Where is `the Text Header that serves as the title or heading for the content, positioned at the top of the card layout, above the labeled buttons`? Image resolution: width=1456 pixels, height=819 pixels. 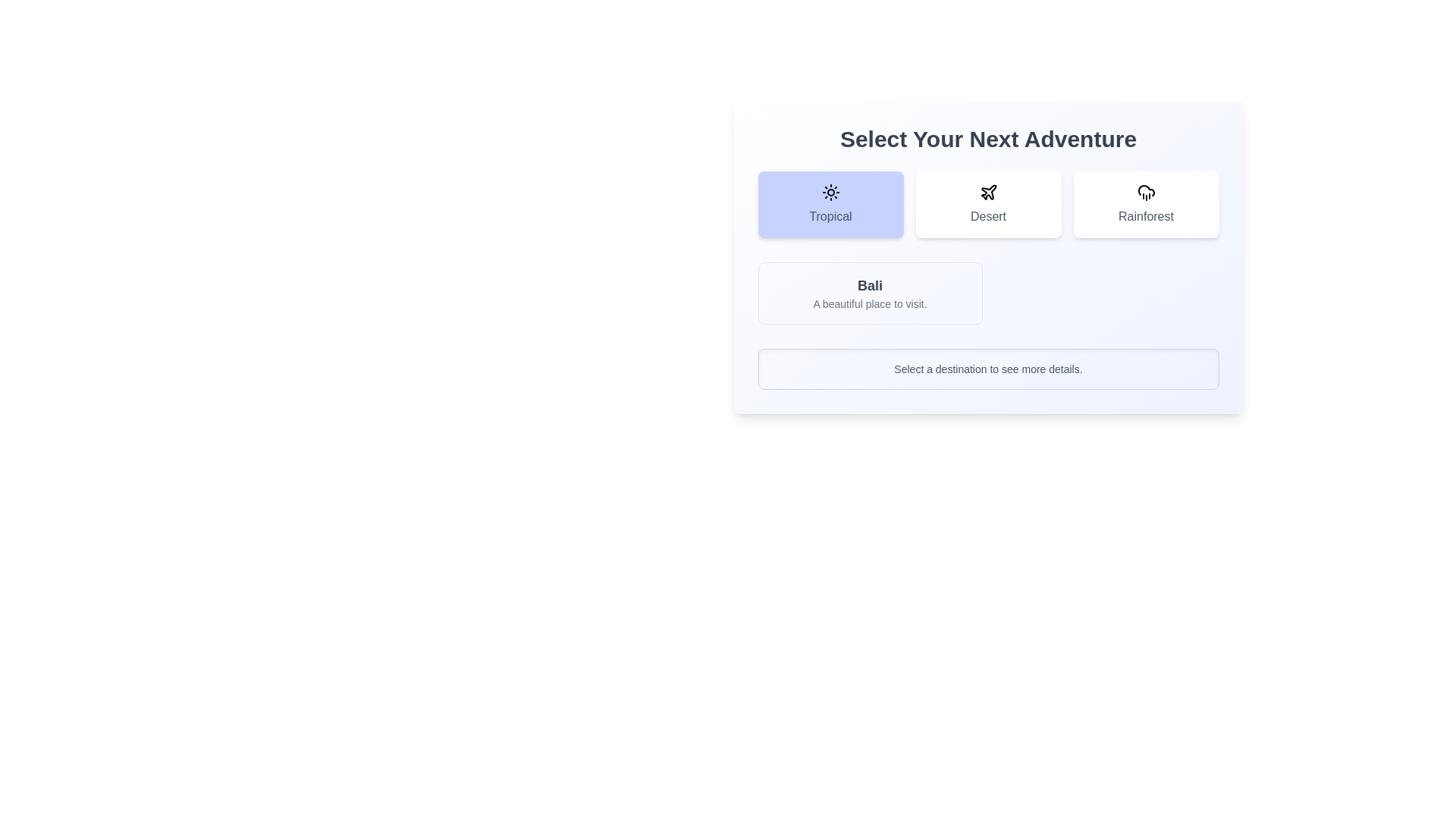
the Text Header that serves as the title or heading for the content, positioned at the top of the card layout, above the labeled buttons is located at coordinates (988, 140).